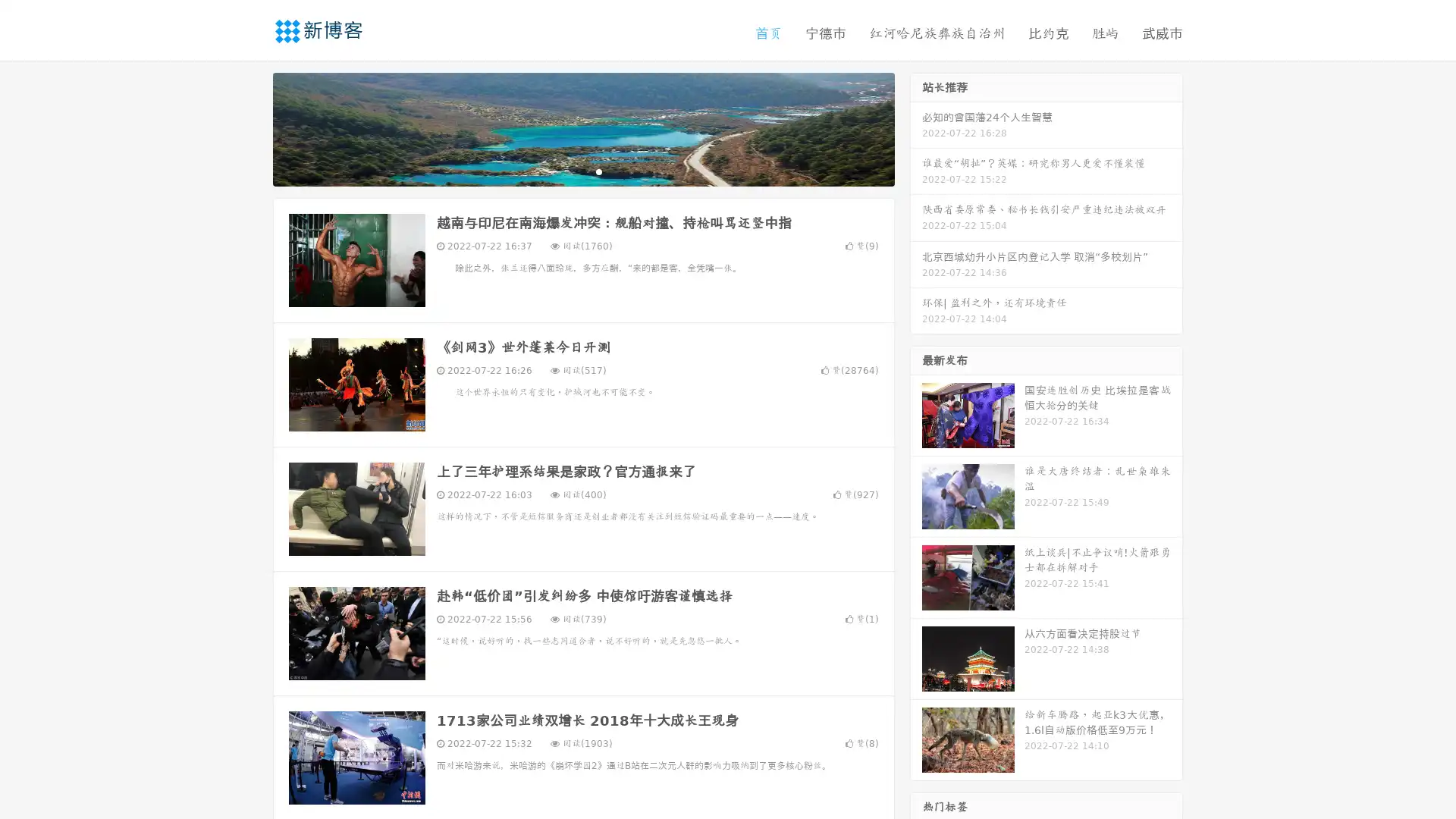  What do you see at coordinates (598, 171) in the screenshot?
I see `Go to slide 3` at bounding box center [598, 171].